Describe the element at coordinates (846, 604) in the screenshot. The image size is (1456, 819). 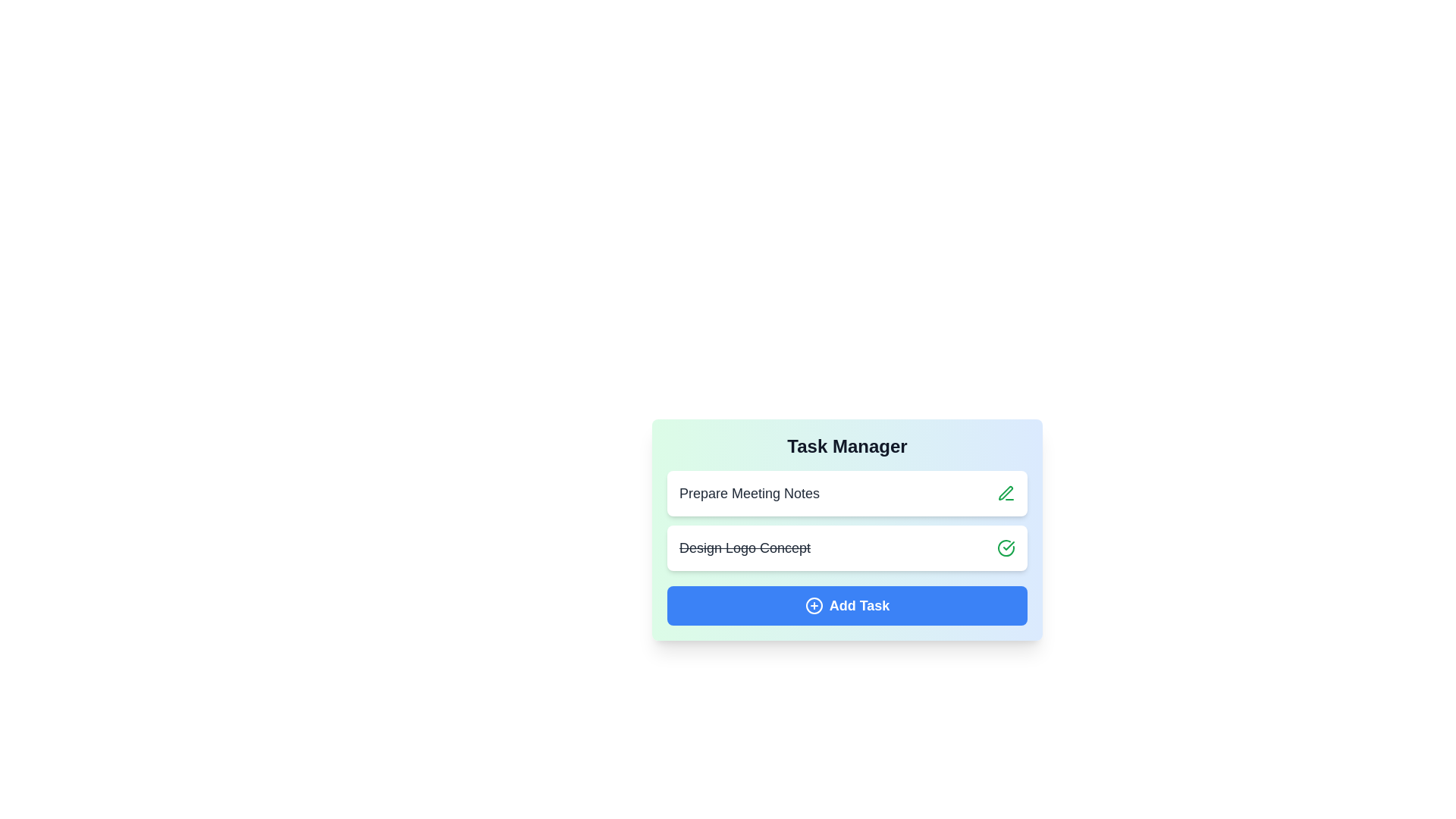
I see `the 'Add Task' button to add a new task to the list` at that location.